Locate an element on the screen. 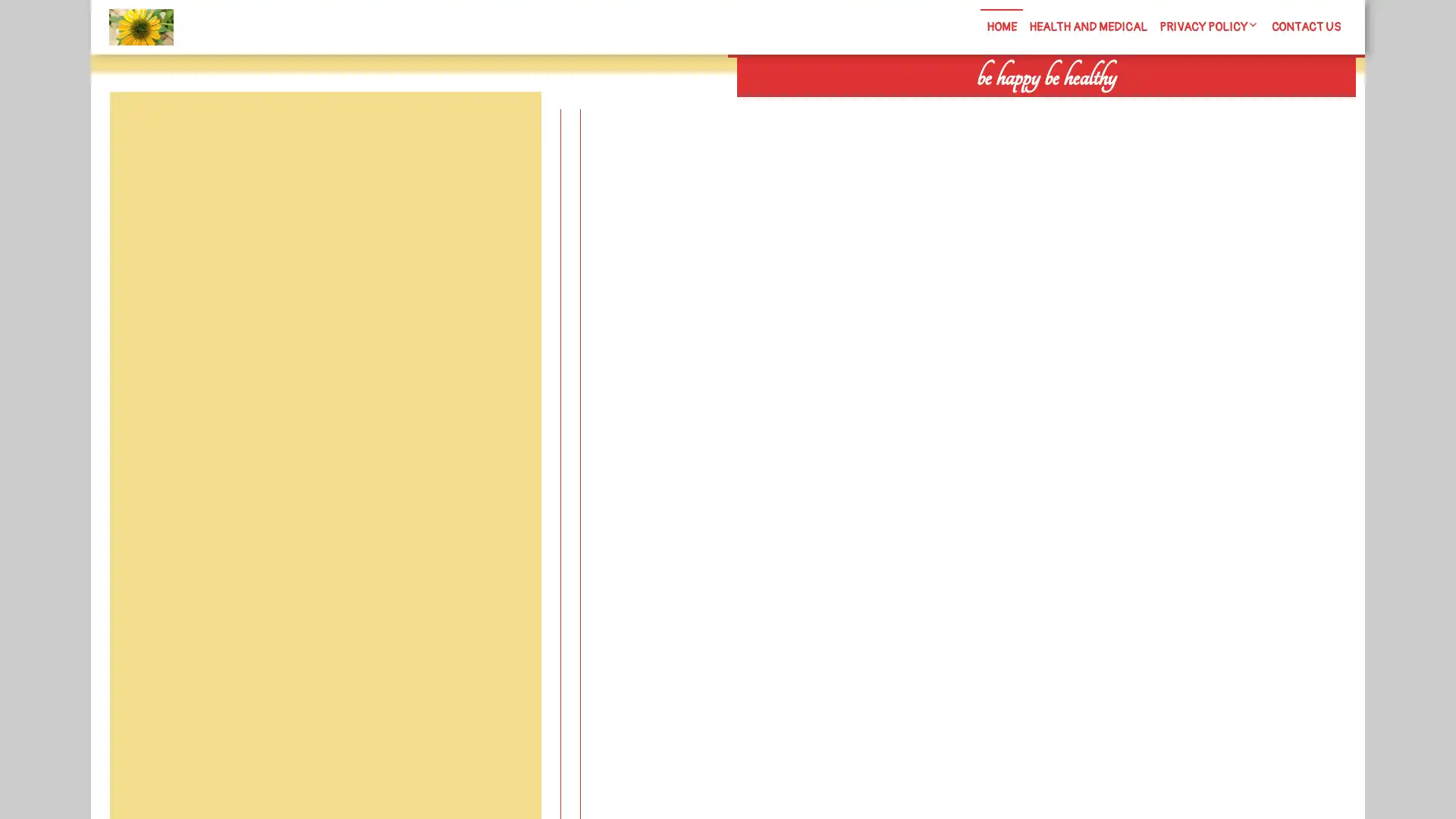 Image resolution: width=1456 pixels, height=819 pixels. Search is located at coordinates (506, 127).